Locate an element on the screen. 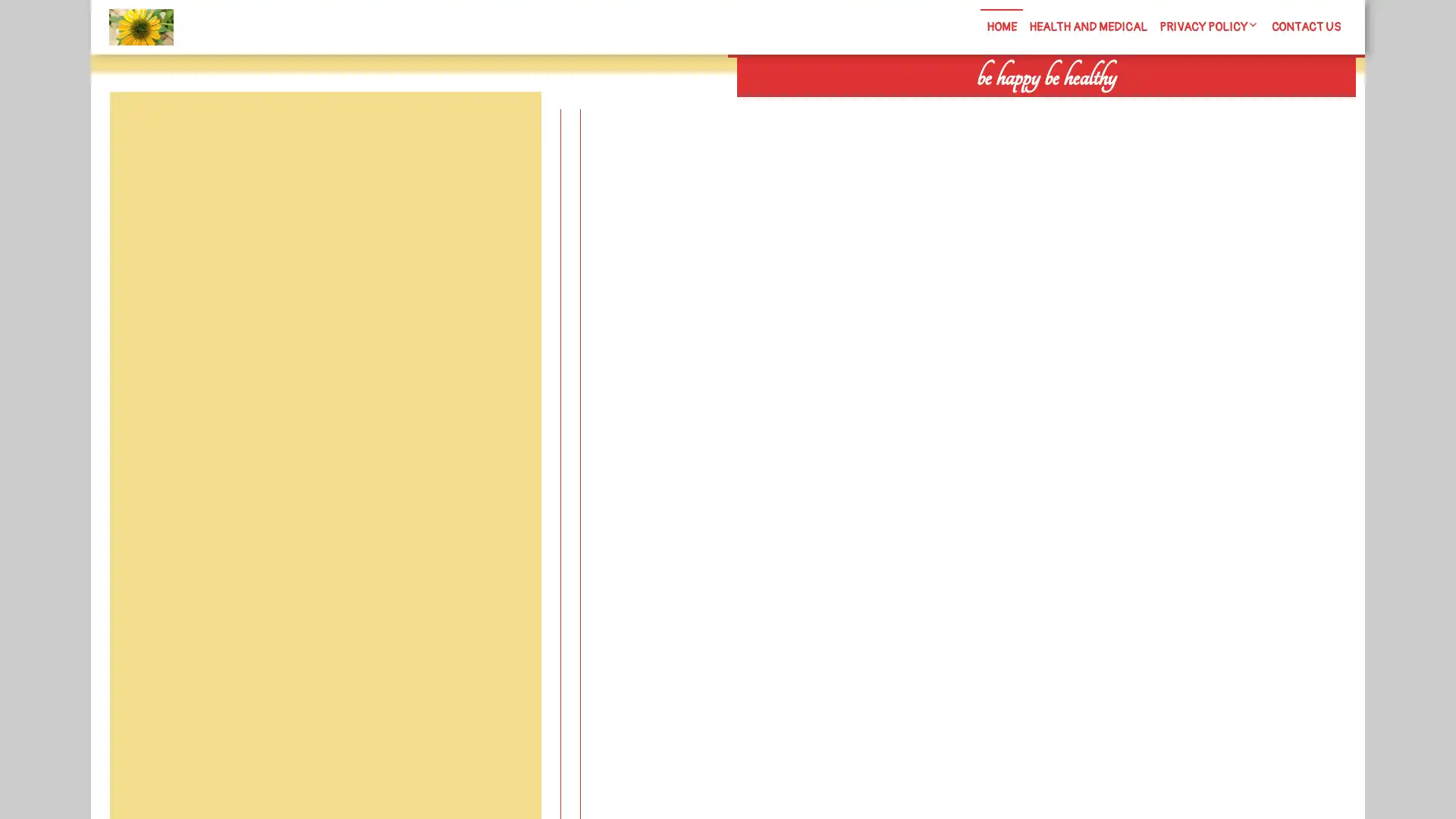 Image resolution: width=1456 pixels, height=819 pixels. Search is located at coordinates (506, 127).